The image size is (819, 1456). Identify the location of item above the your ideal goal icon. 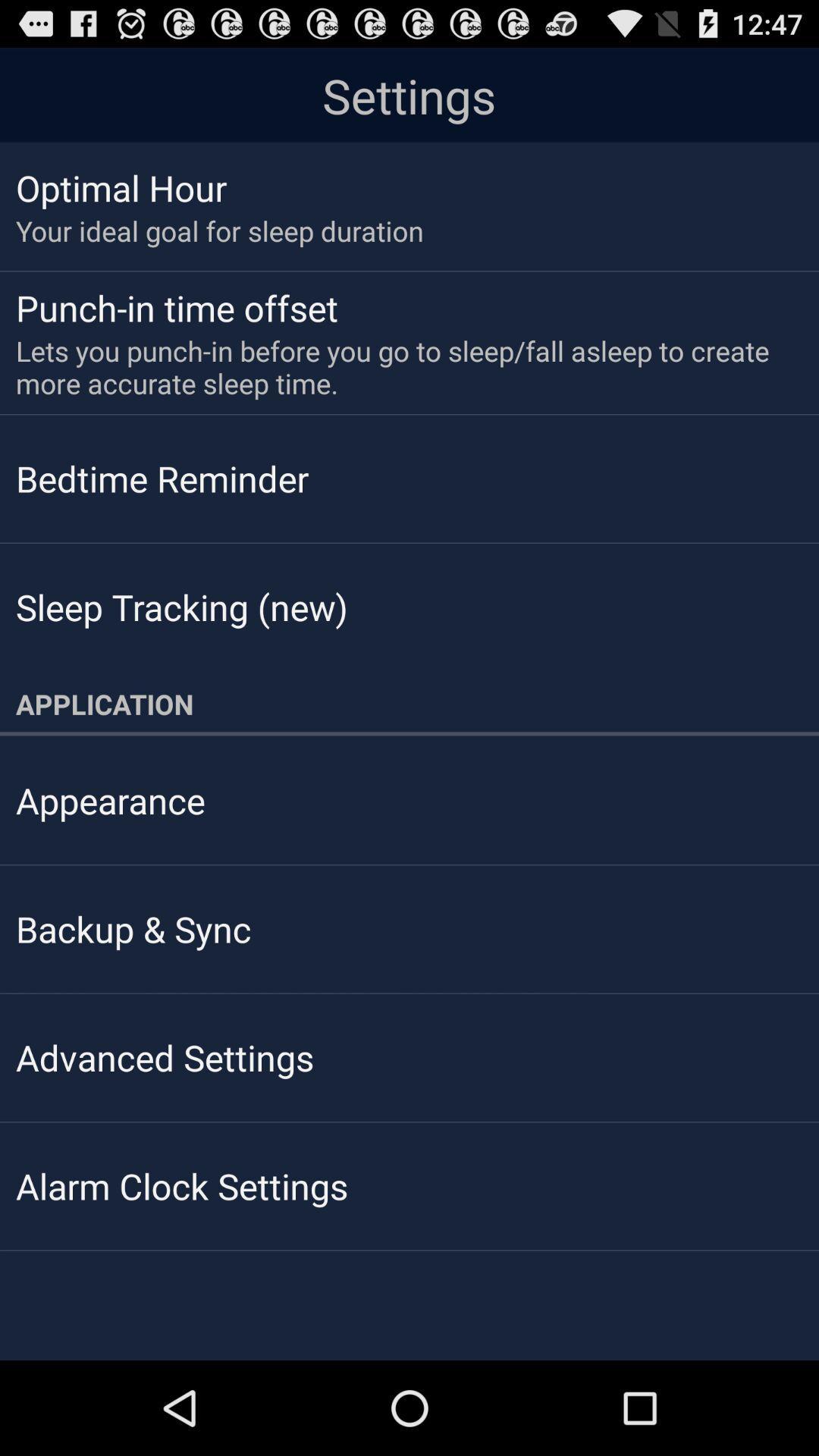
(121, 187).